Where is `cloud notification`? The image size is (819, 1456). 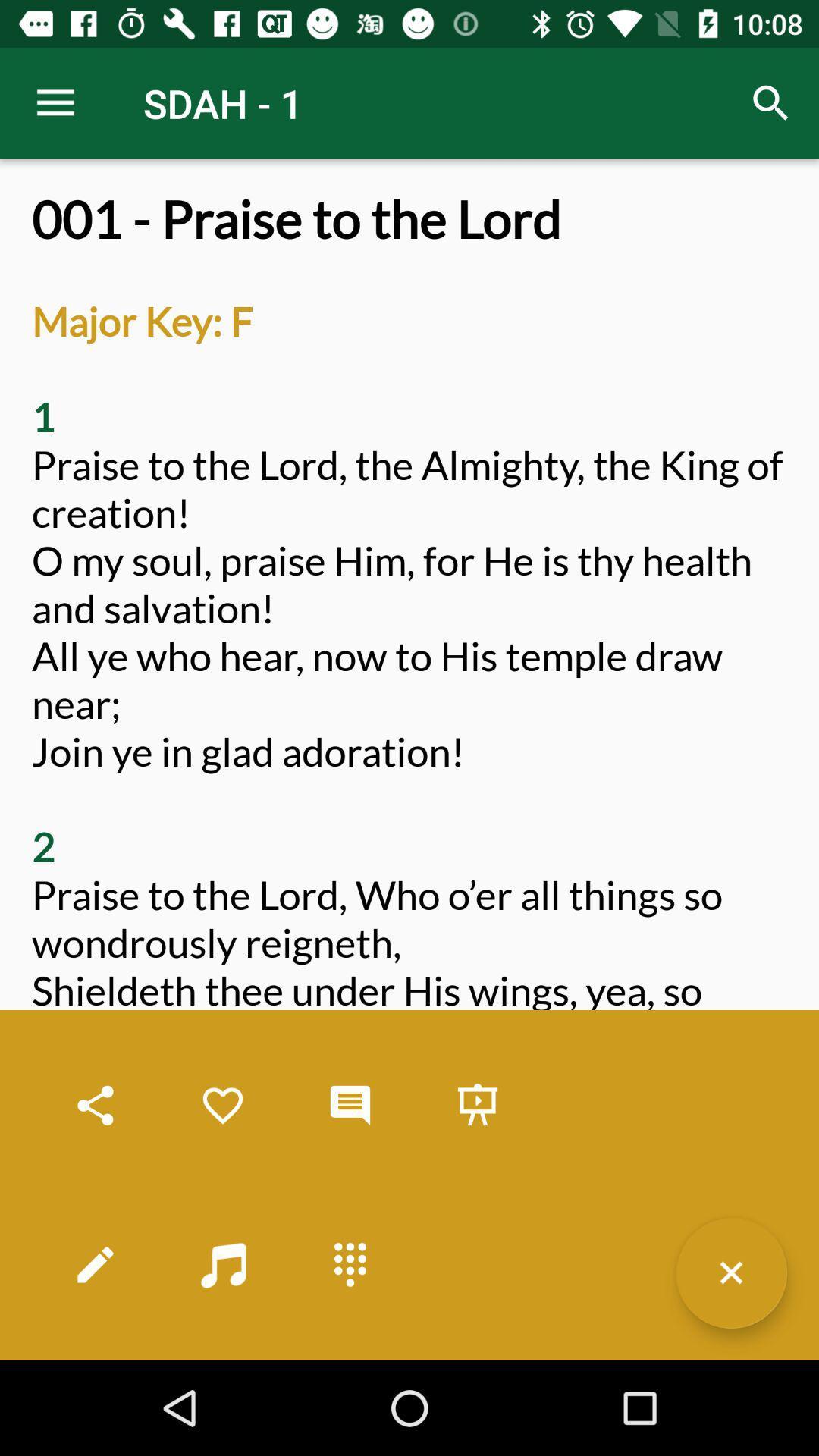 cloud notification is located at coordinates (350, 1106).